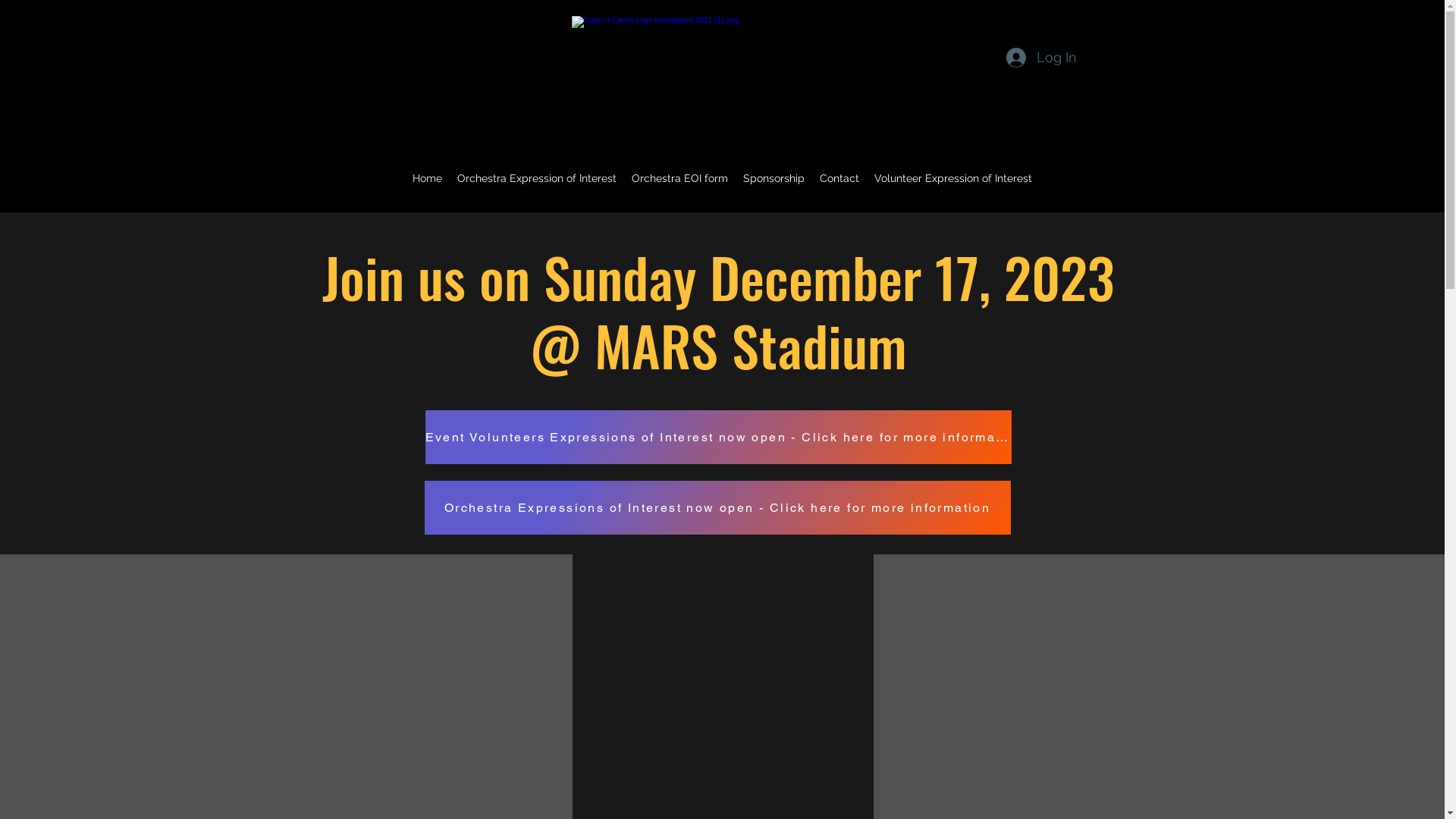 This screenshot has width=1456, height=819. What do you see at coordinates (426, 177) in the screenshot?
I see `'Home'` at bounding box center [426, 177].